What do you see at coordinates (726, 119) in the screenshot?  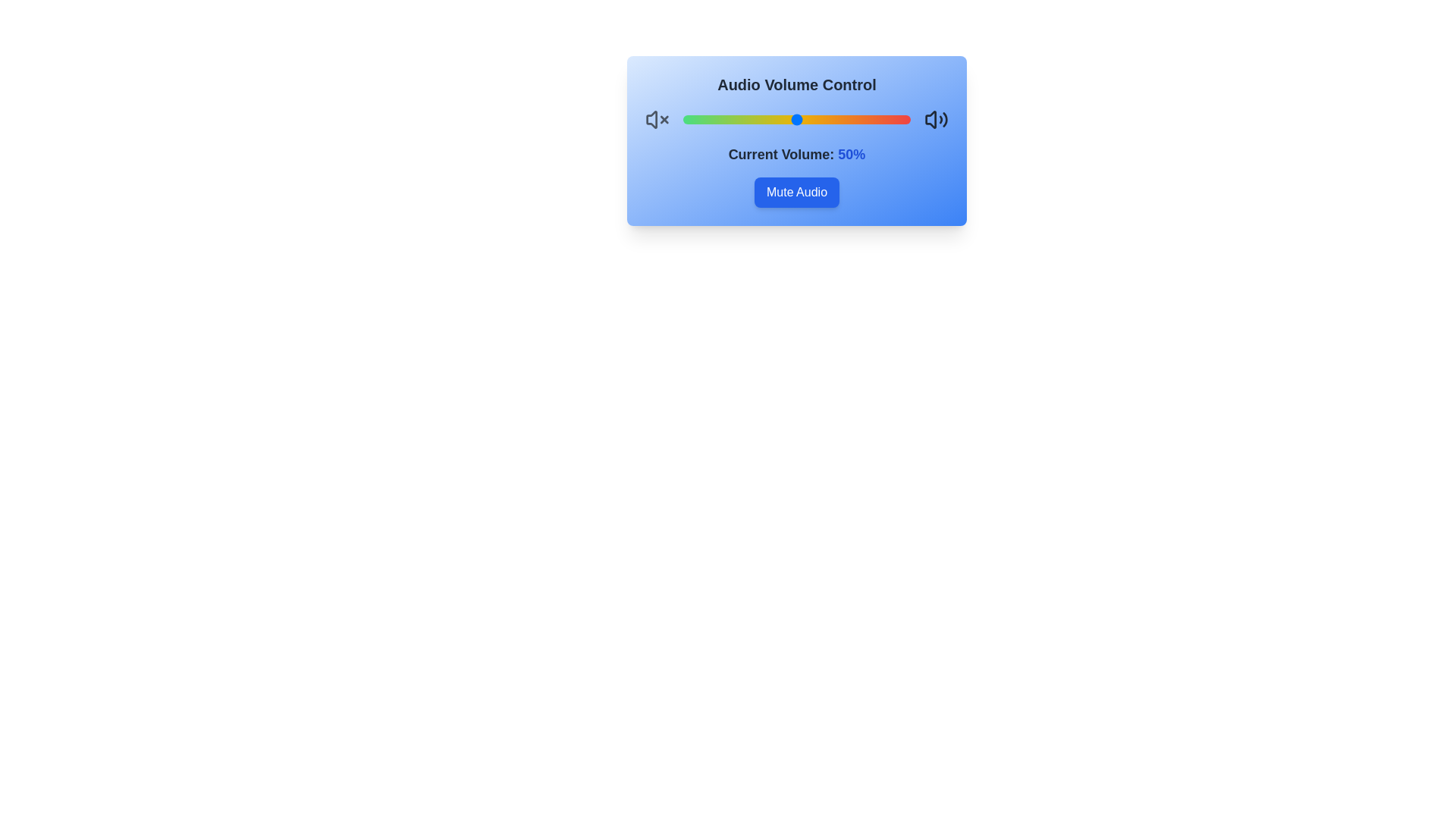 I see `the volume to 19%` at bounding box center [726, 119].